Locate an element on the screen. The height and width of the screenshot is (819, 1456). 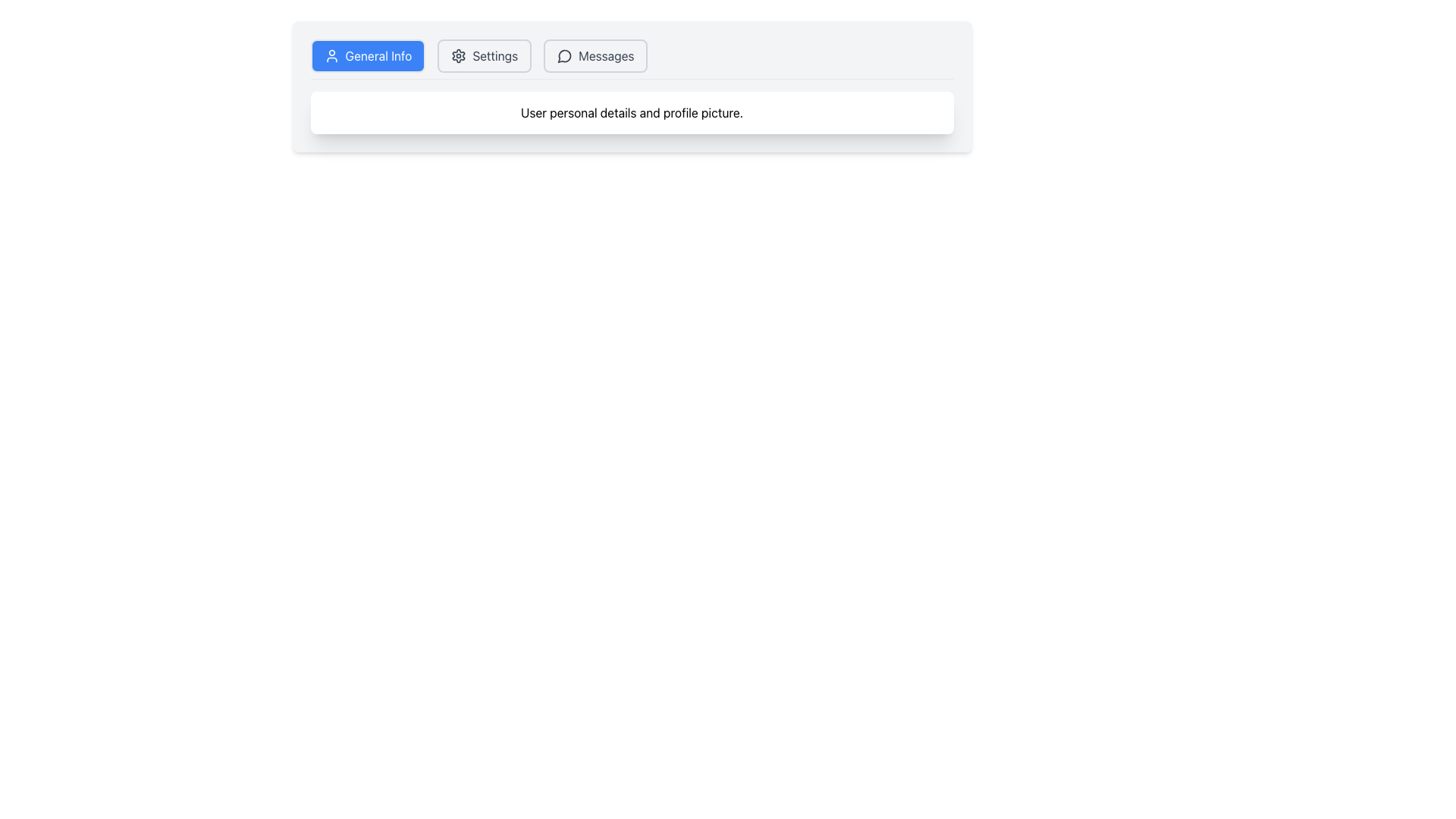
the 'Settings' button located is located at coordinates (483, 55).